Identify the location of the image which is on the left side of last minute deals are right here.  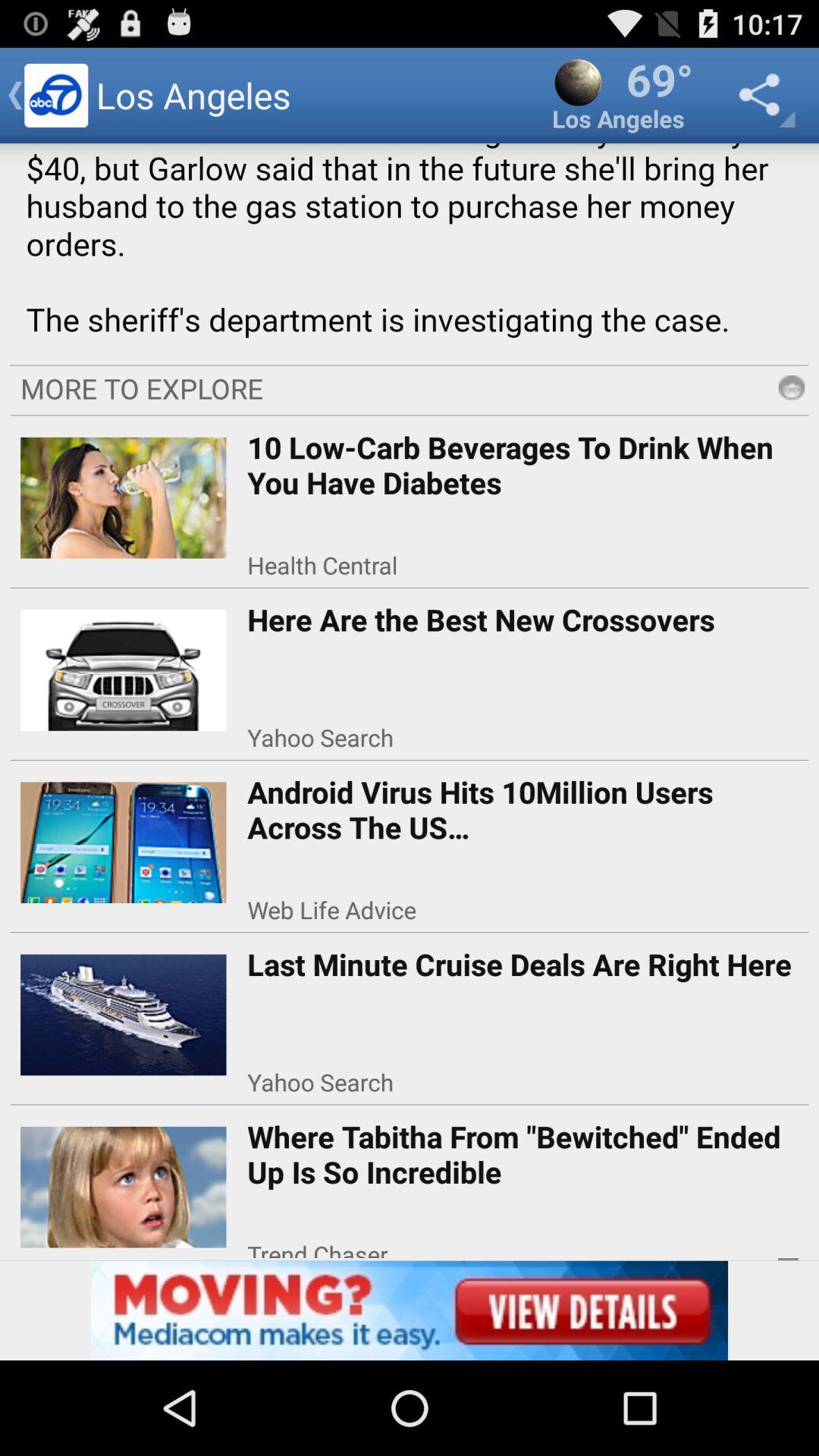
(123, 1009).